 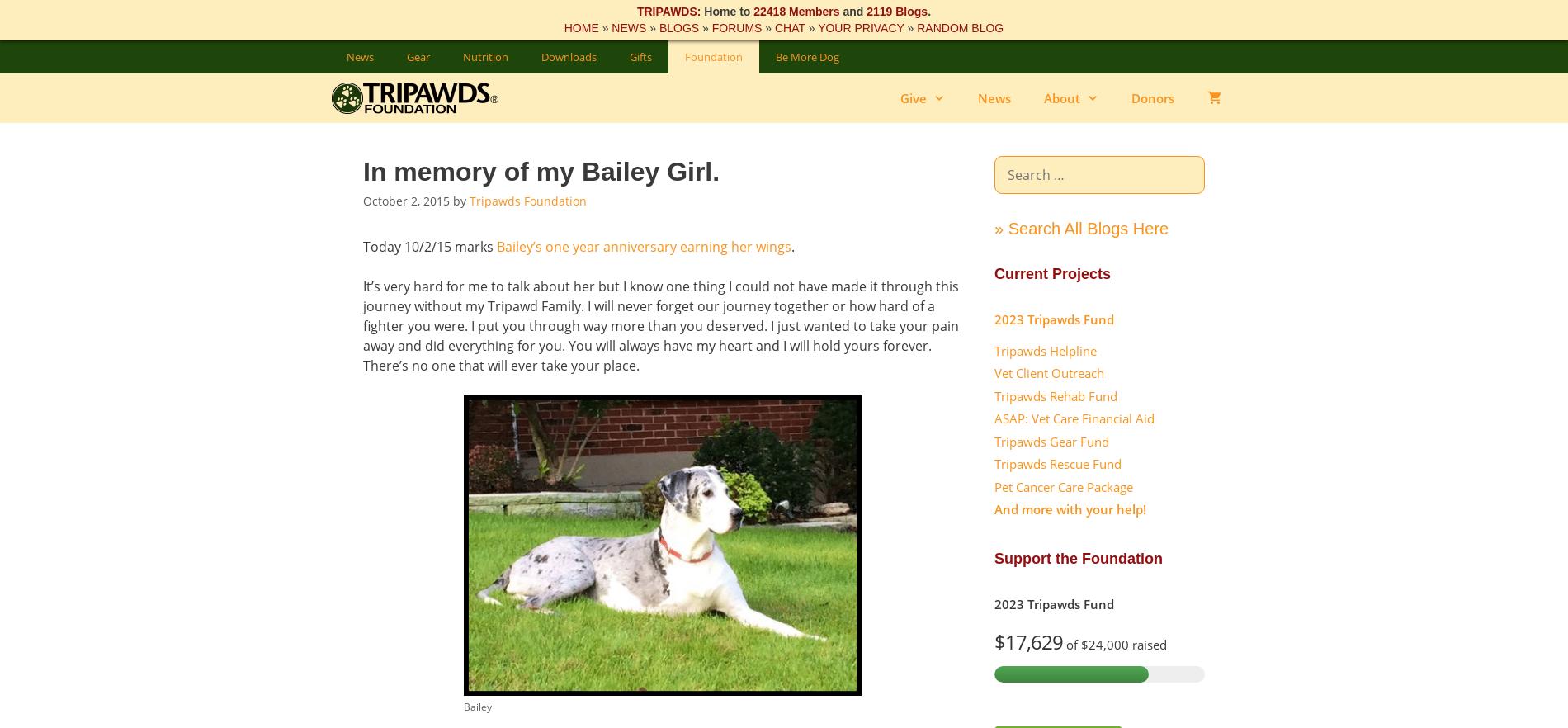 What do you see at coordinates (896, 12) in the screenshot?
I see `'2119 Blogs'` at bounding box center [896, 12].